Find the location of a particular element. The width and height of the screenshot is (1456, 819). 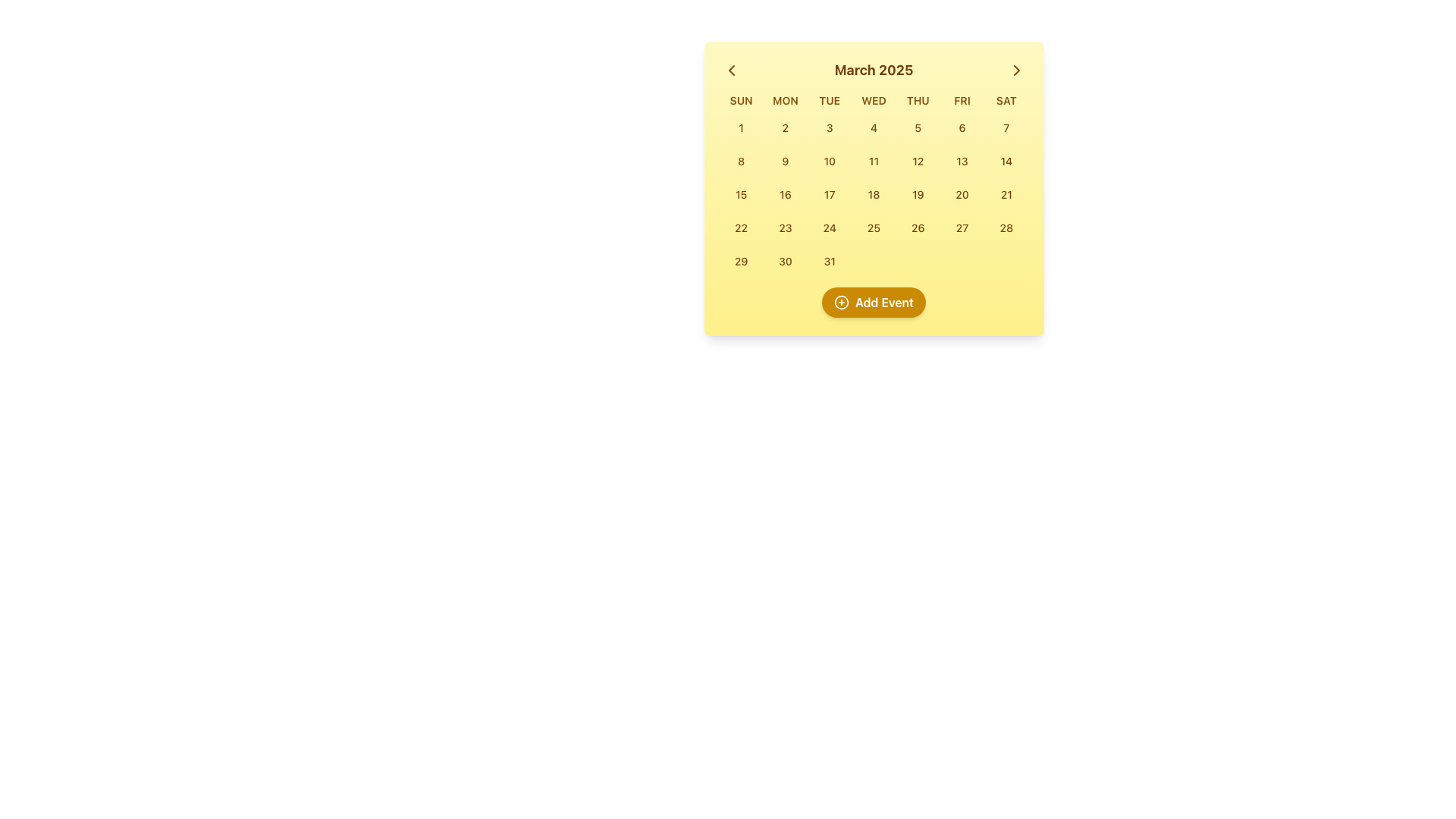

the calendar date cell representing March 31st, which is styled with a light yellow background and displays the number '31' in brown font is located at coordinates (829, 260).